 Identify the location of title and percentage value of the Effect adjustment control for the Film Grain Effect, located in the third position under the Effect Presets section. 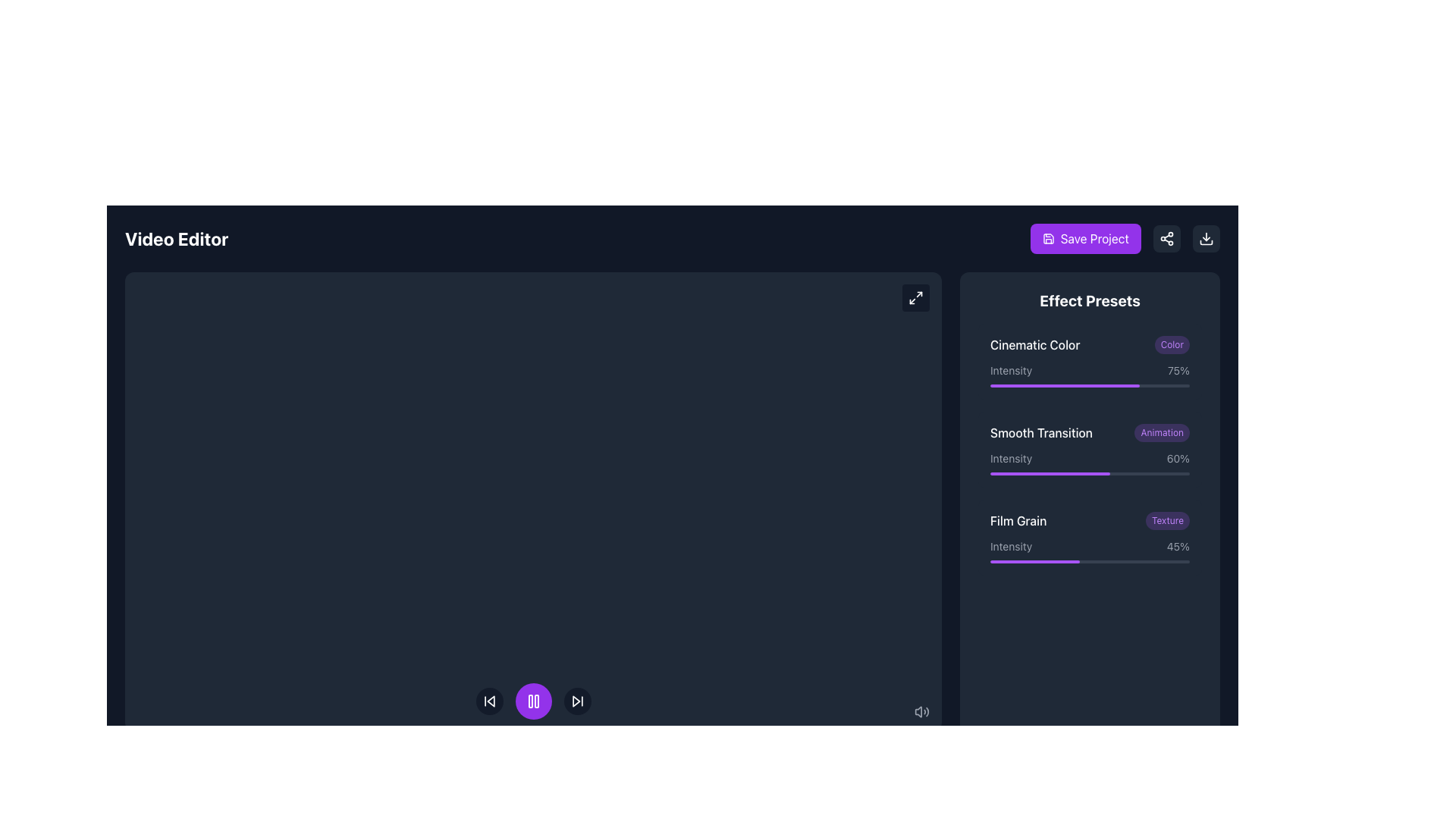
(1089, 537).